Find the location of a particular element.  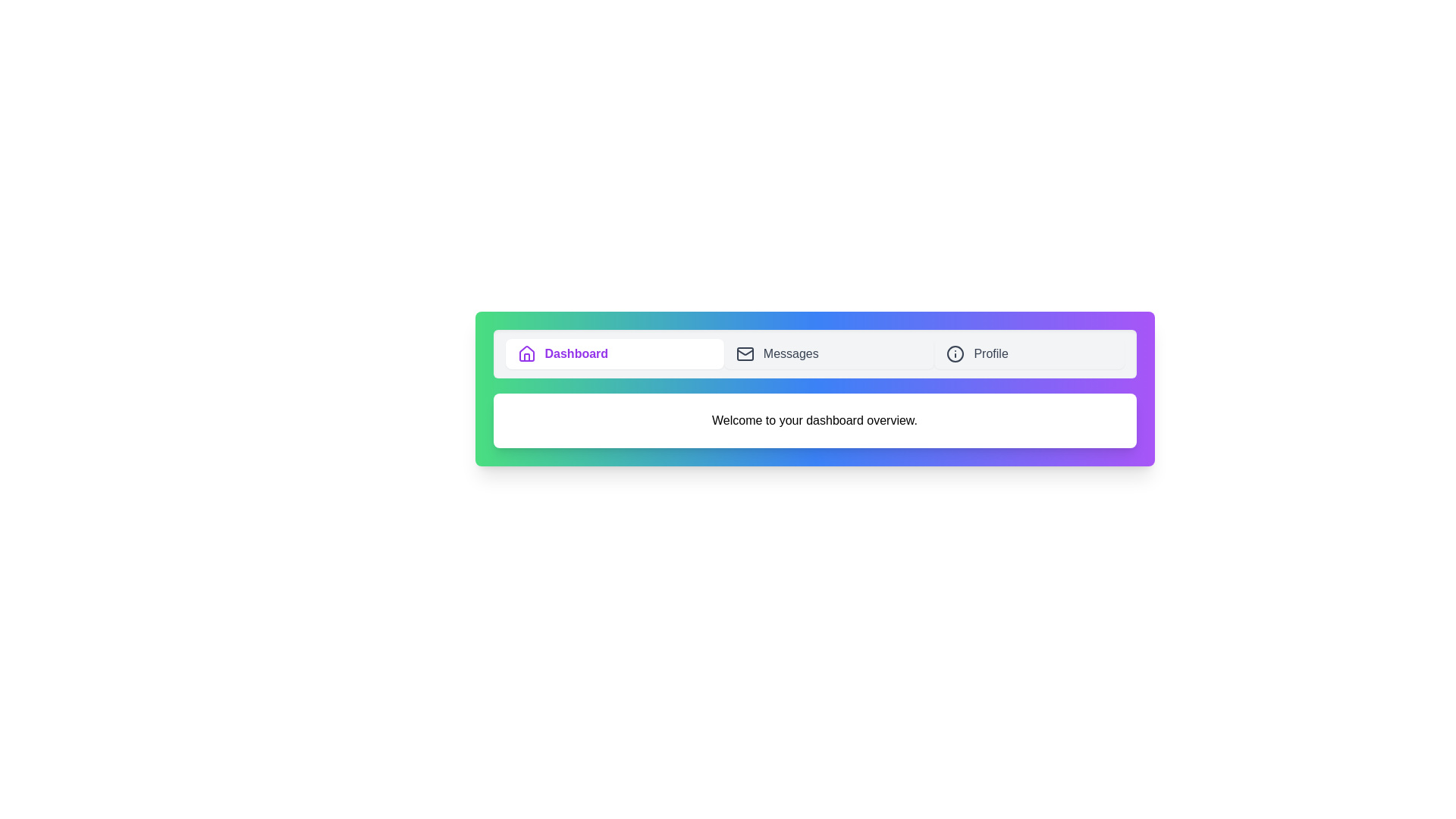

the Profile tab to switch to its content is located at coordinates (1029, 353).